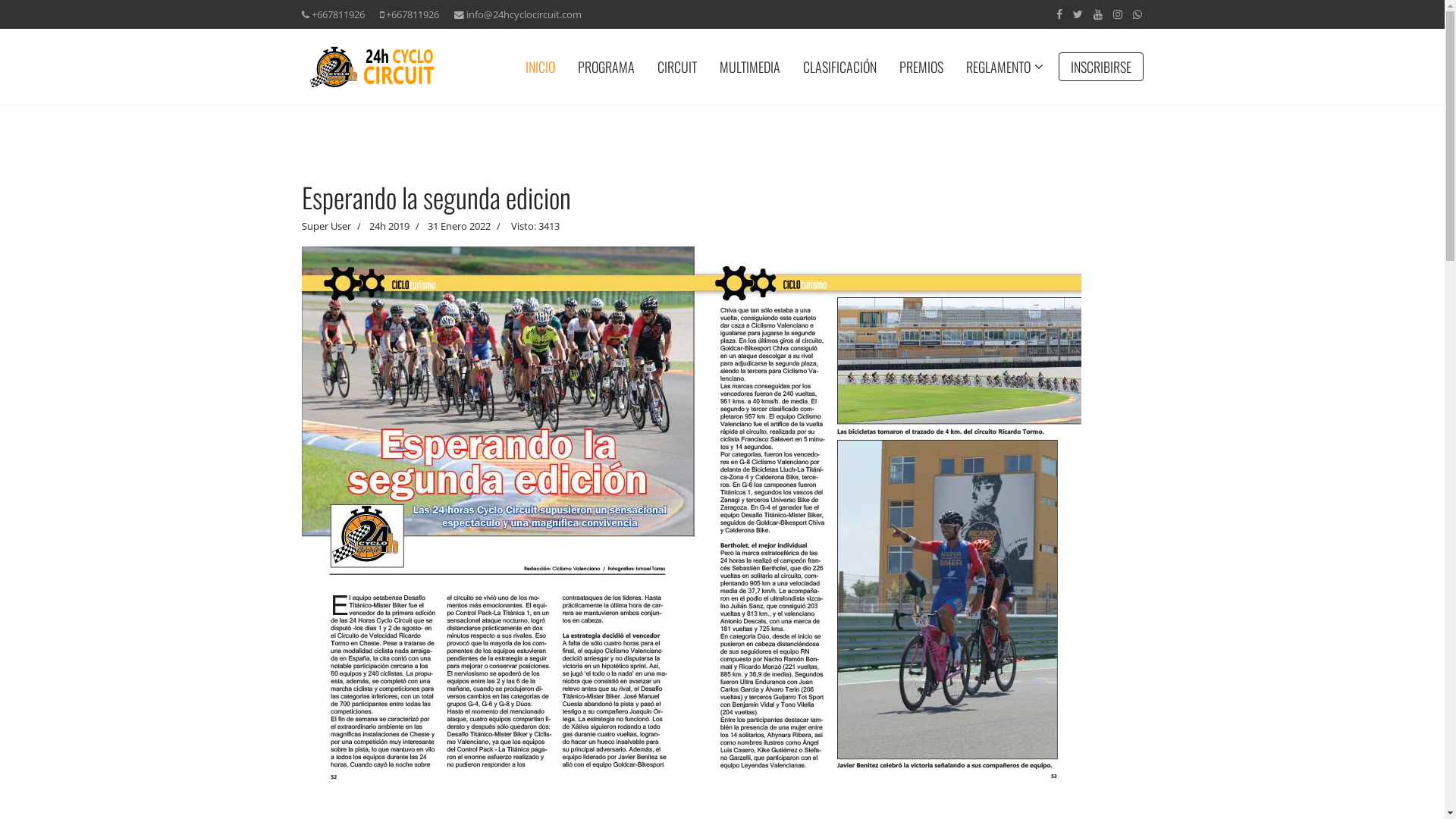 This screenshot has height=819, width=1456. Describe the element at coordinates (708, 66) in the screenshot. I see `'MULTIMEDIA'` at that location.